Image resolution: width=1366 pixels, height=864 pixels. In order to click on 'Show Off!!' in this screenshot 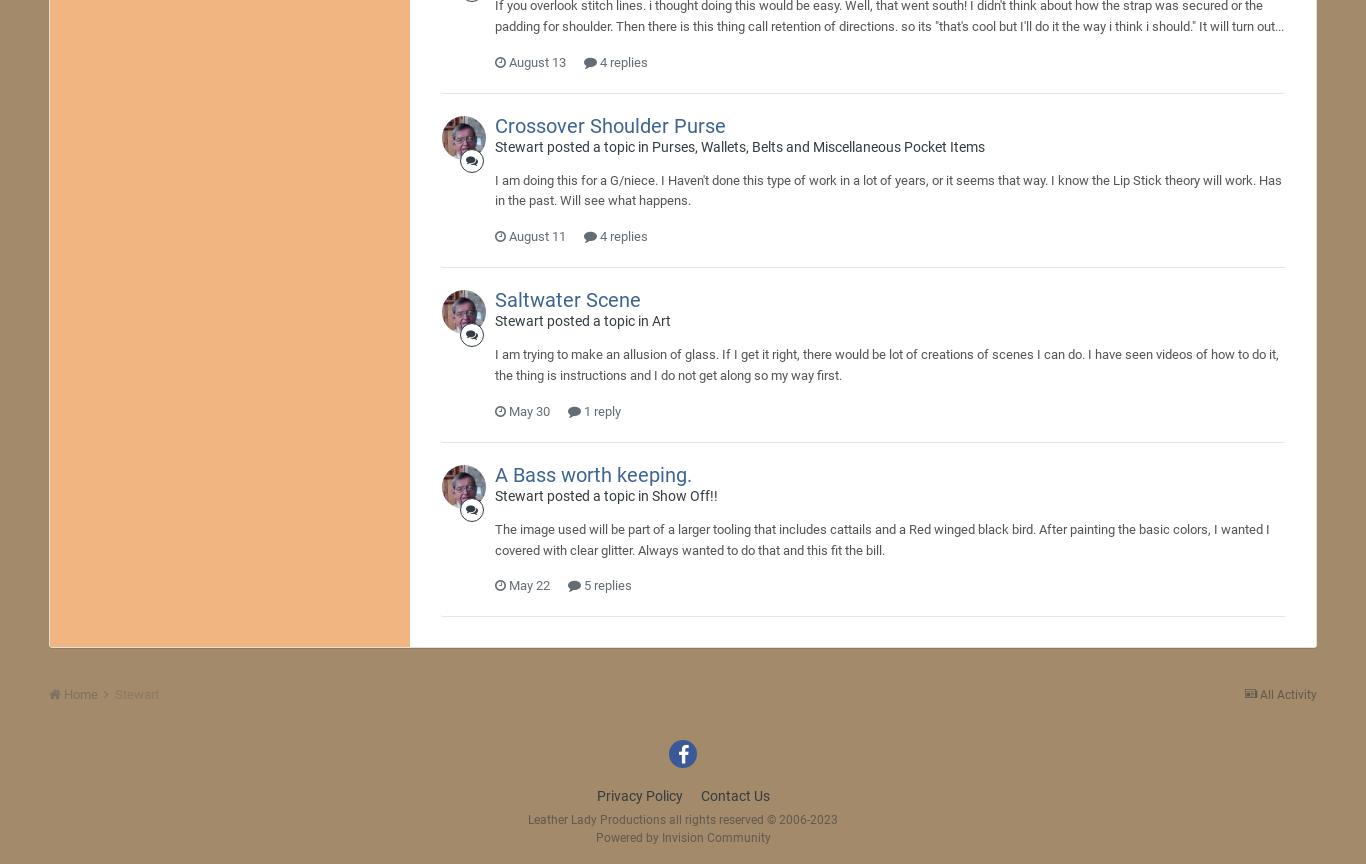, I will do `click(685, 494)`.